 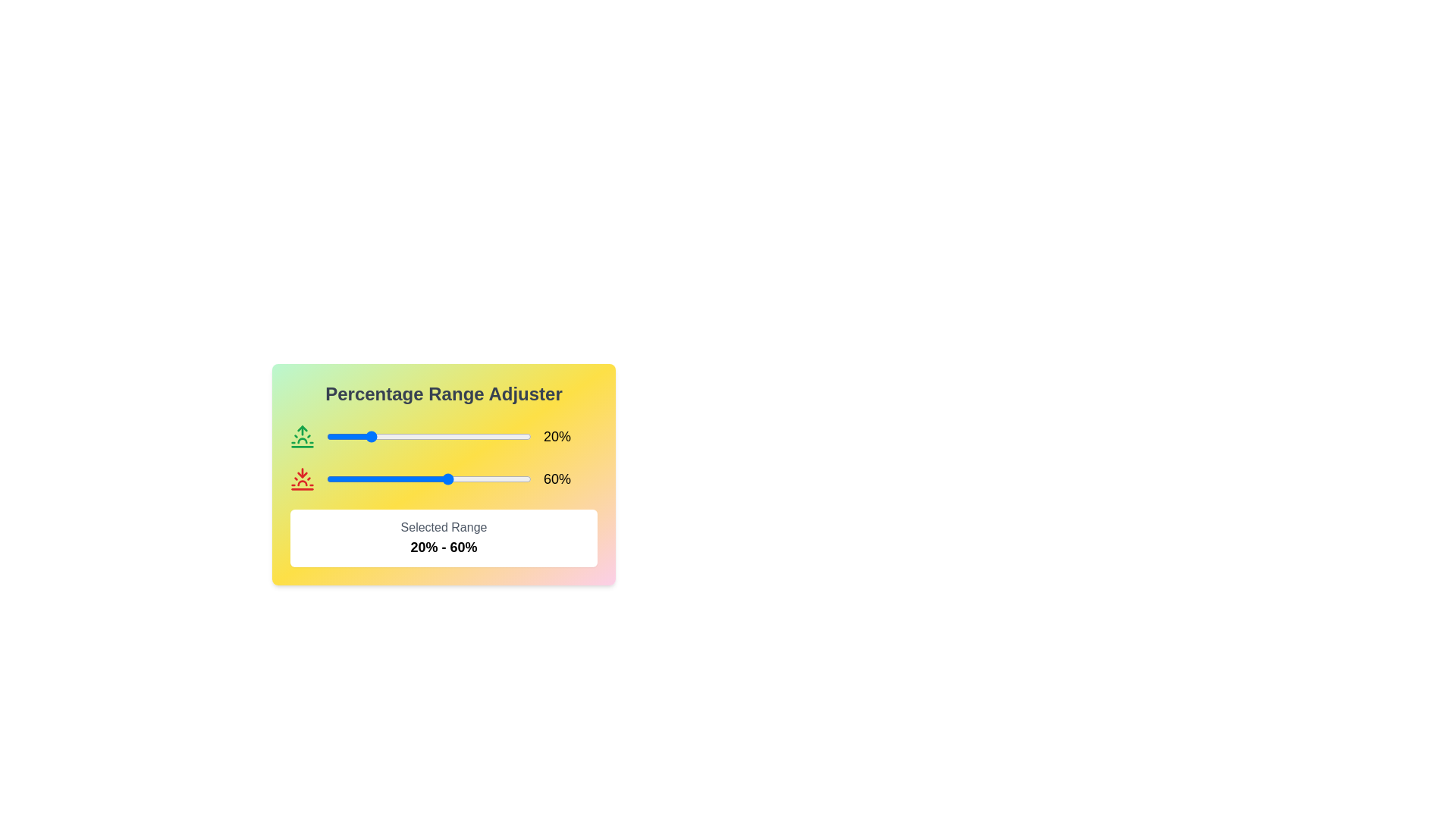 What do you see at coordinates (459, 436) in the screenshot?
I see `the slider` at bounding box center [459, 436].